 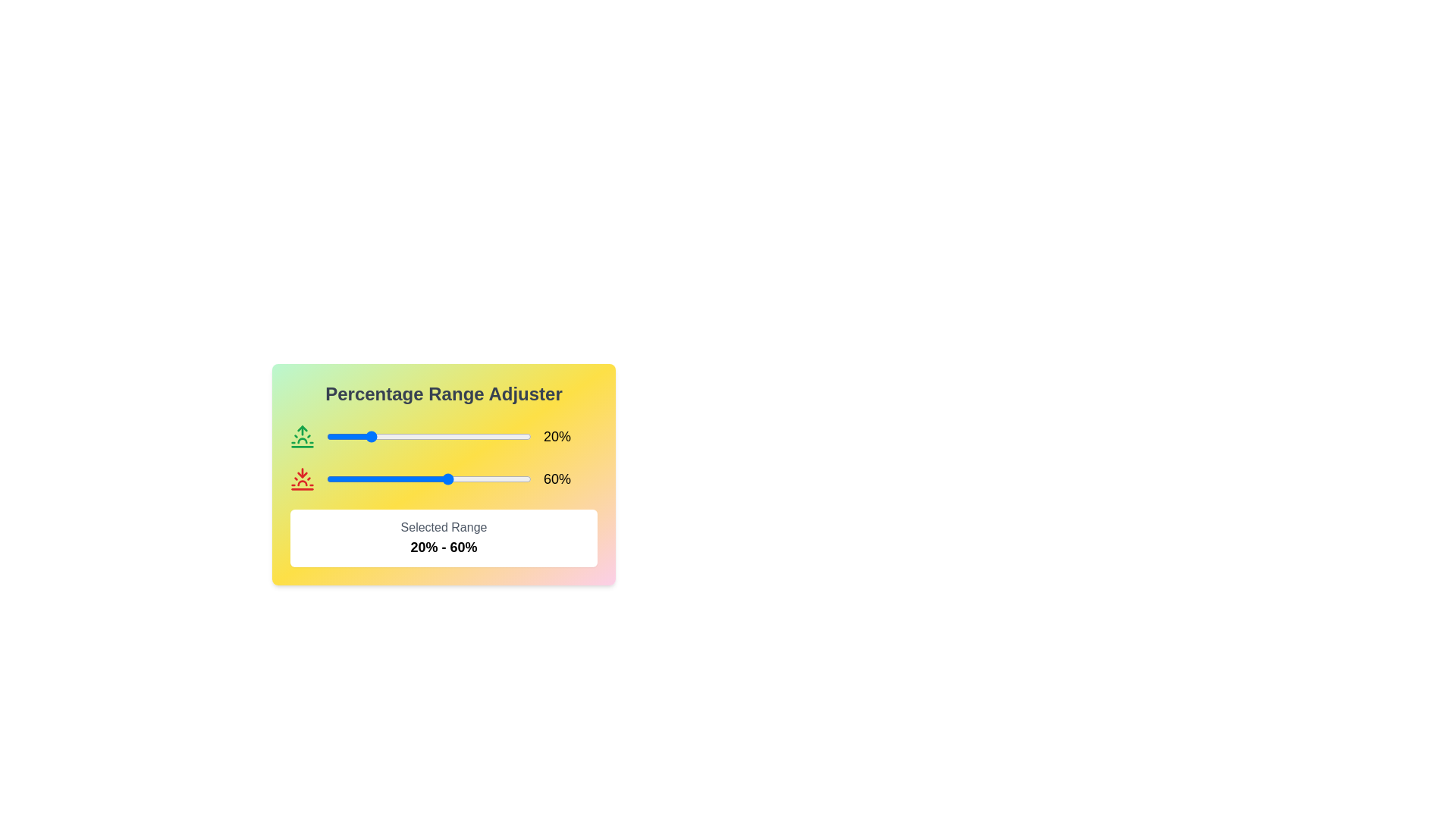 What do you see at coordinates (459, 436) in the screenshot?
I see `the slider` at bounding box center [459, 436].